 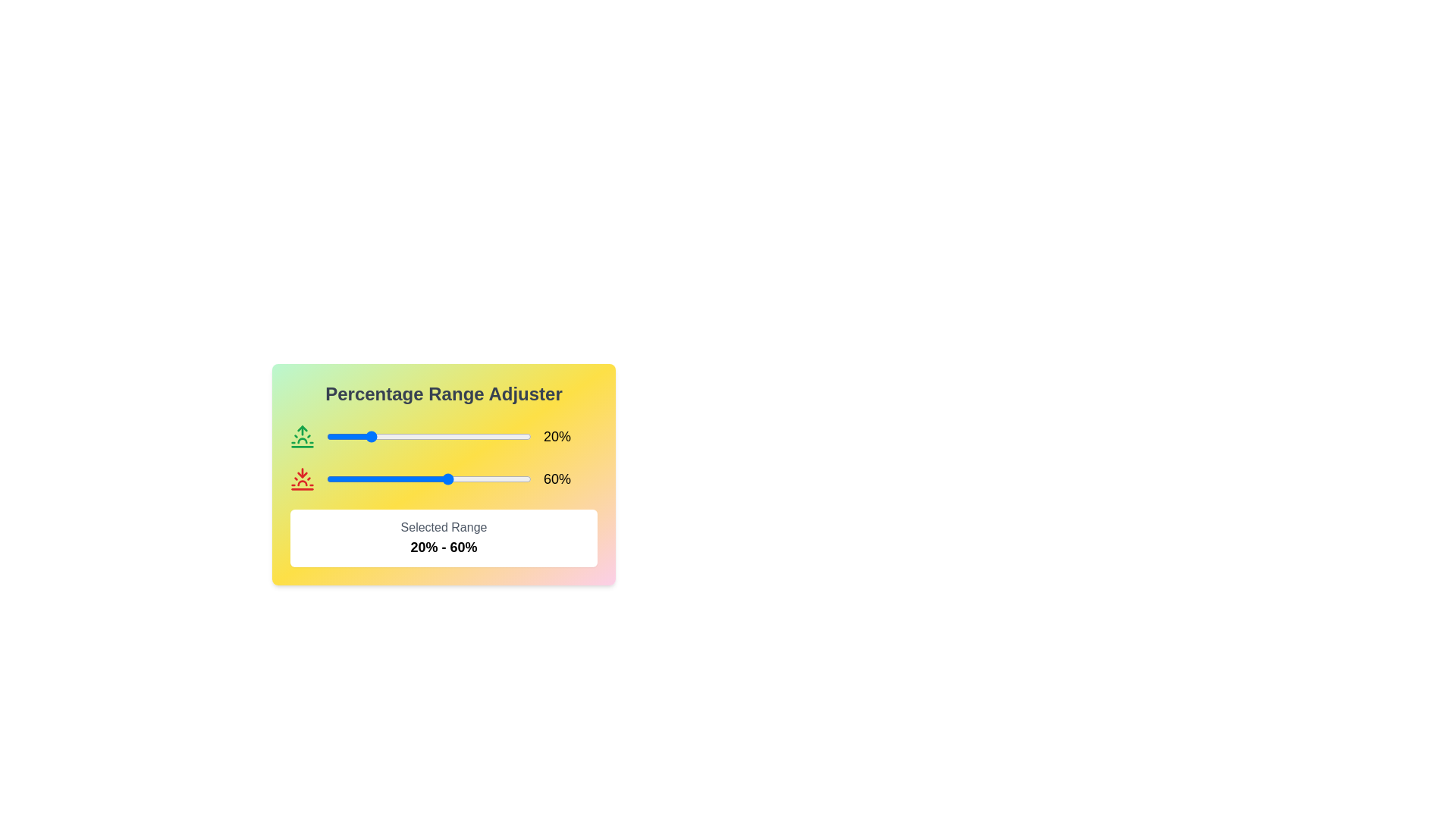 What do you see at coordinates (459, 436) in the screenshot?
I see `the slider` at bounding box center [459, 436].